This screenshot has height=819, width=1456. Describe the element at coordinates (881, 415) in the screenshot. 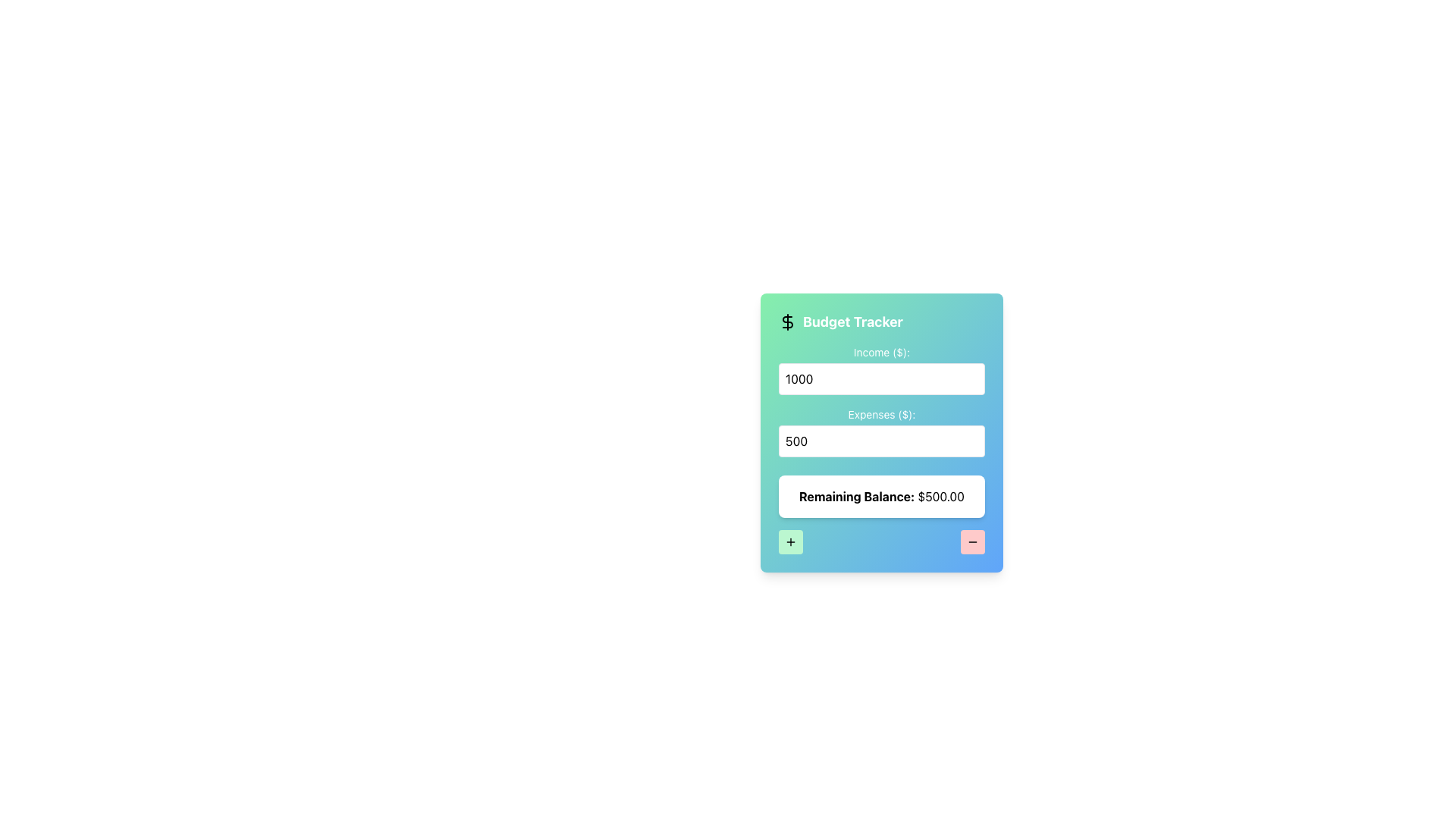

I see `the label displaying 'Expenses ($):' which is styled in white and positioned above the number input field within the form interface` at that location.